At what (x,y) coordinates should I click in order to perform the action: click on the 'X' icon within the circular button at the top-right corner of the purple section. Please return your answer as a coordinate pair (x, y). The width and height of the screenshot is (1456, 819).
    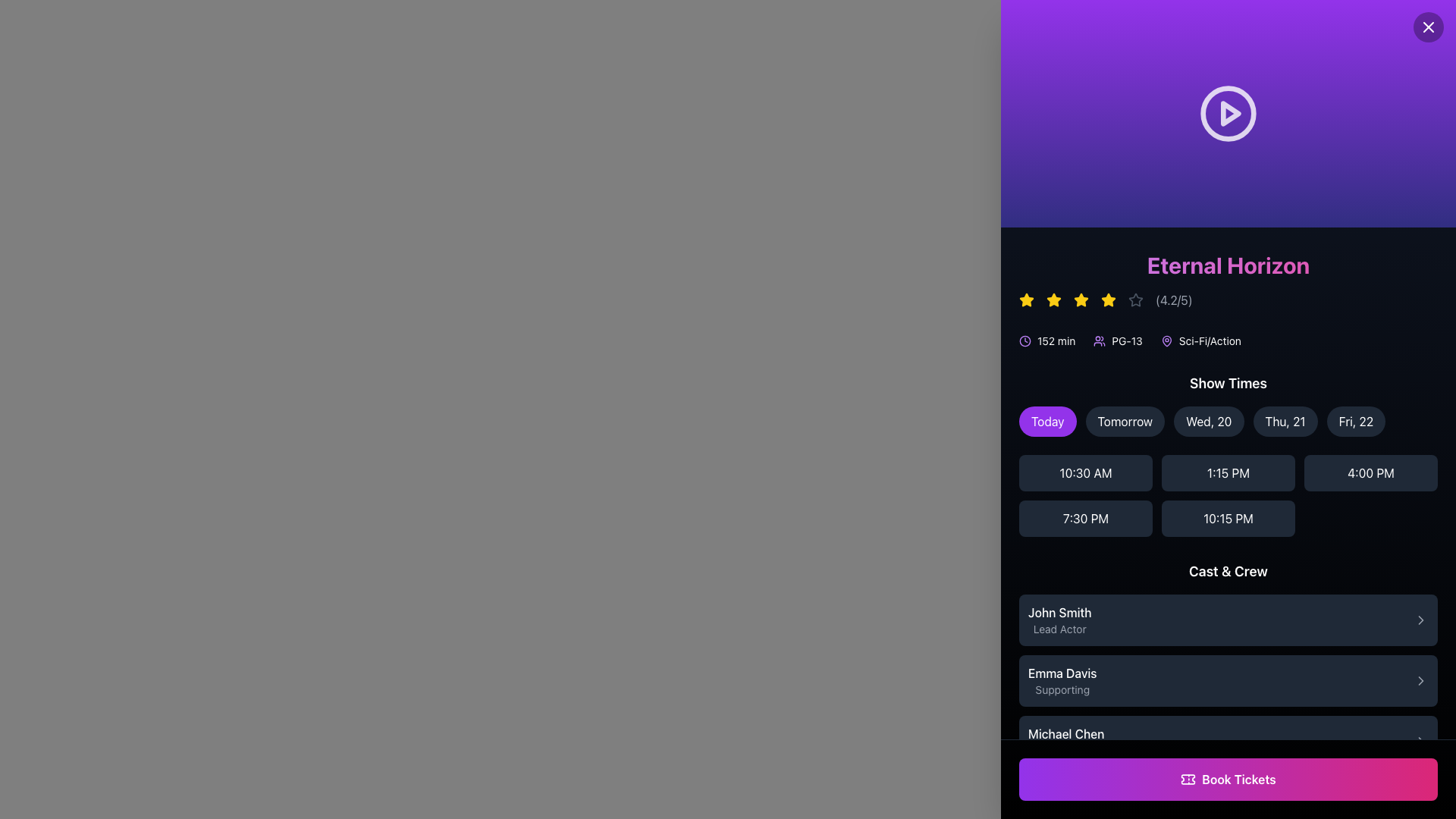
    Looking at the image, I should click on (1427, 27).